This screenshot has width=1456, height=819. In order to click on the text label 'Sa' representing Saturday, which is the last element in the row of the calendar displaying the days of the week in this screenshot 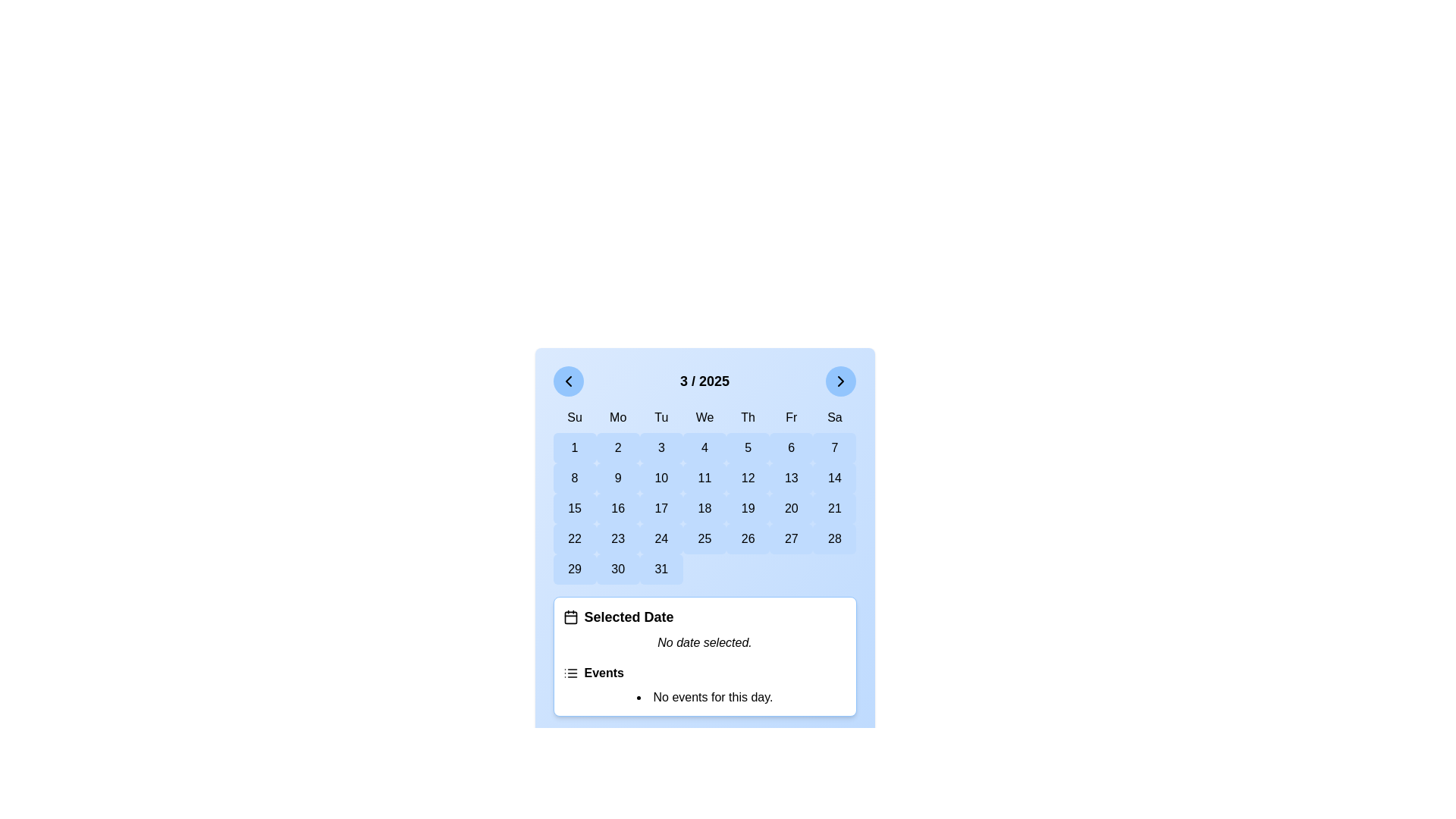, I will do `click(833, 418)`.